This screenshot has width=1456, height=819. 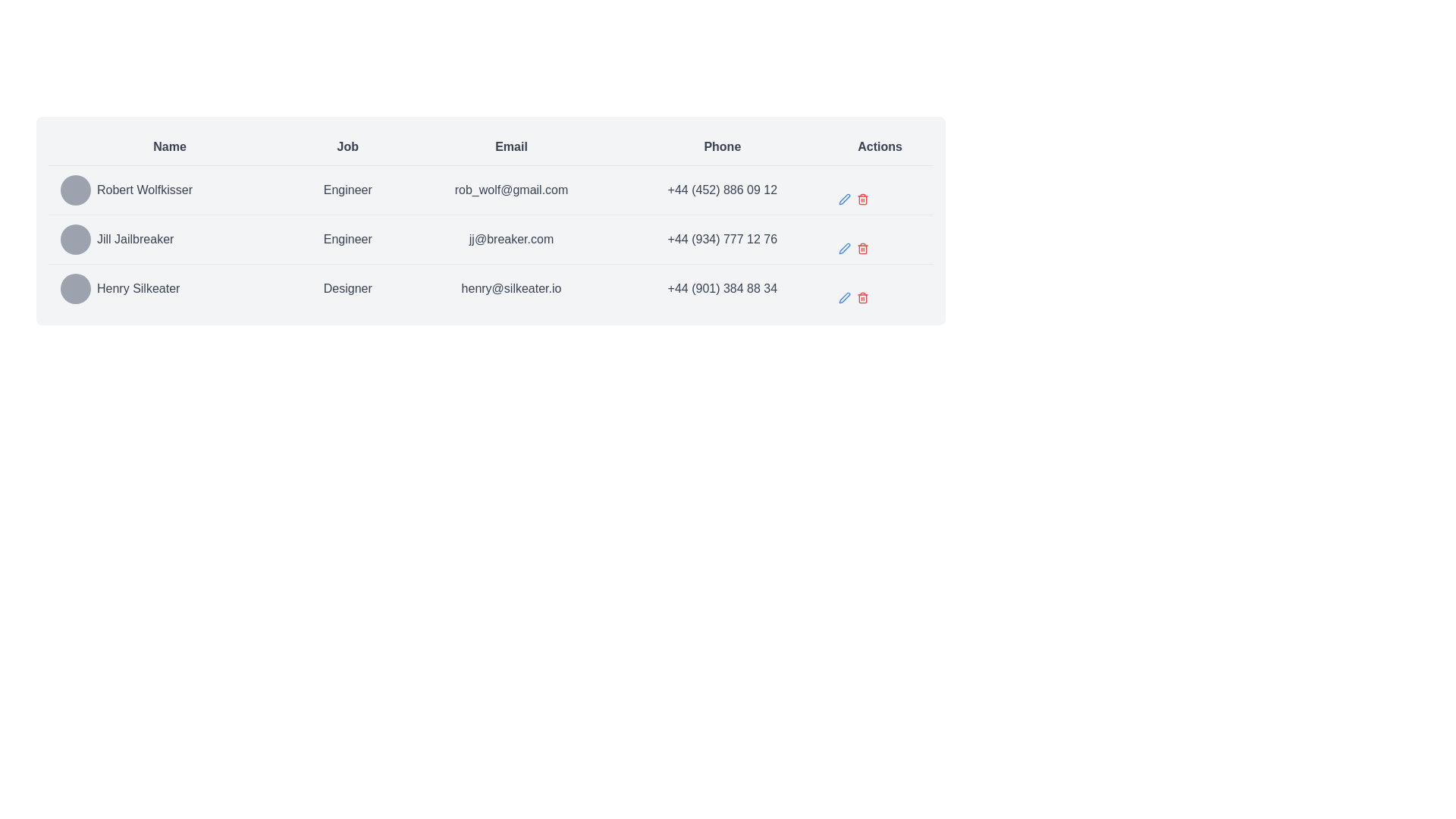 What do you see at coordinates (347, 239) in the screenshot?
I see `displayed text from the non-interactive label showing the job title 'Engineer' for the user 'Jill Jailbreaker', located in the second row under the 'Job' column` at bounding box center [347, 239].